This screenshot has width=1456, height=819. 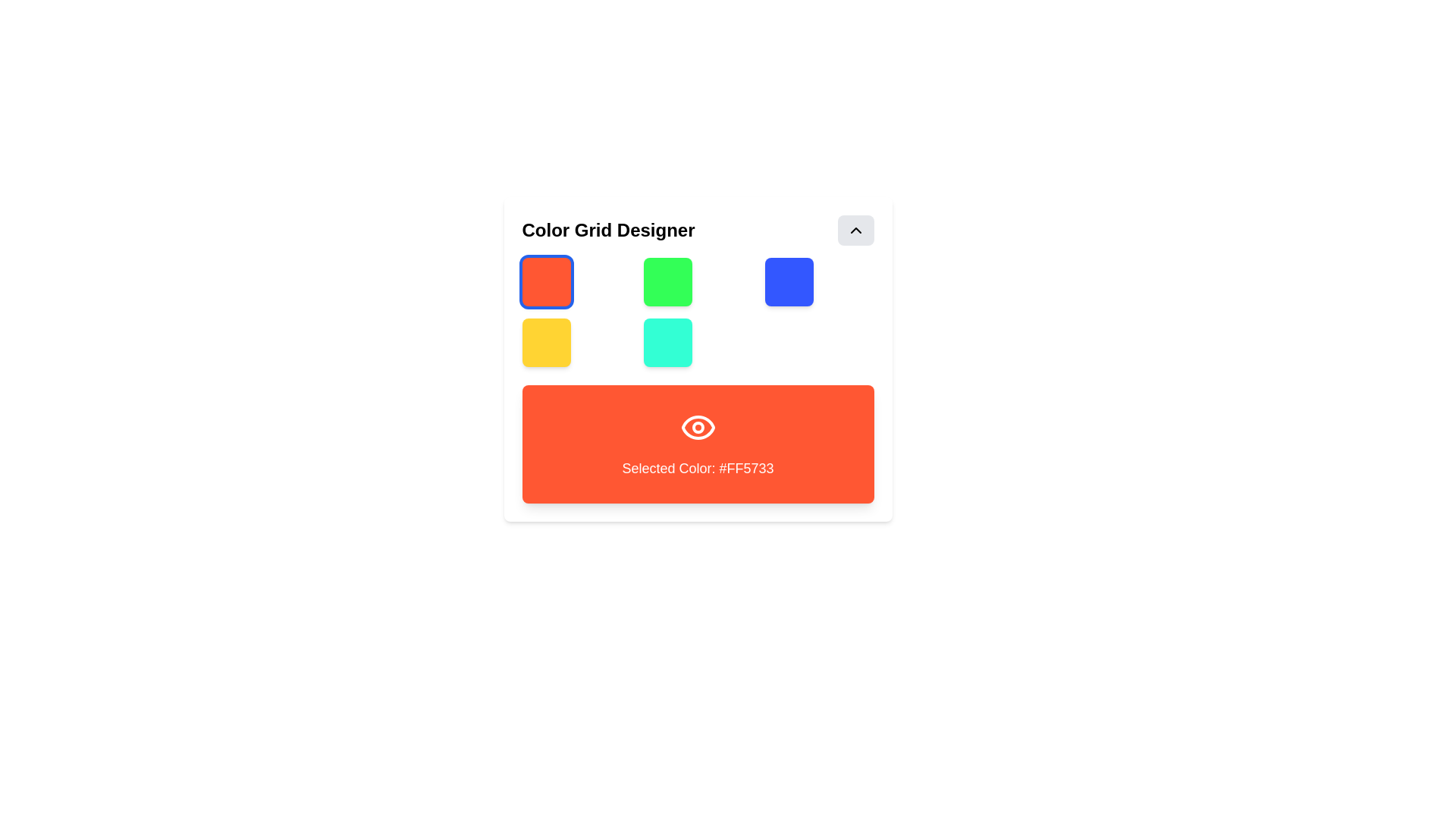 What do you see at coordinates (546, 342) in the screenshot?
I see `the fourth selectable color tile in a 3x2 grid` at bounding box center [546, 342].